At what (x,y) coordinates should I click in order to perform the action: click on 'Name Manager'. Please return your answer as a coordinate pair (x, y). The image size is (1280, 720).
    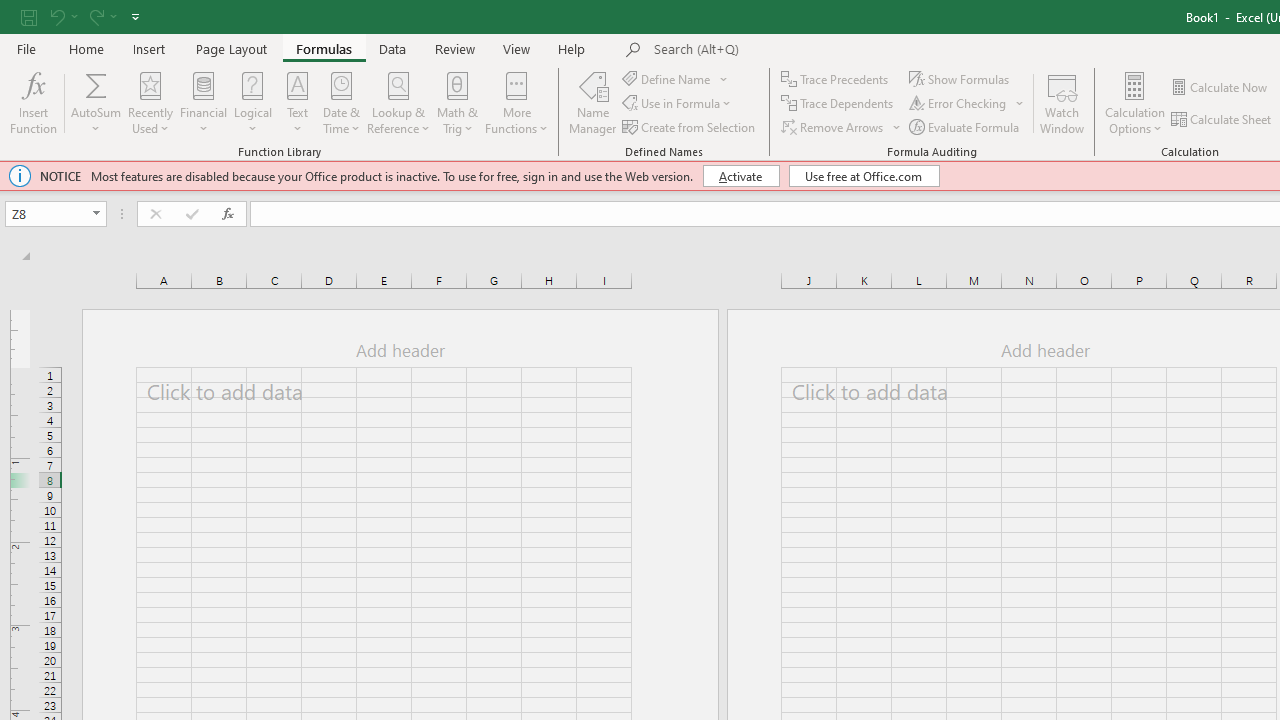
    Looking at the image, I should click on (592, 103).